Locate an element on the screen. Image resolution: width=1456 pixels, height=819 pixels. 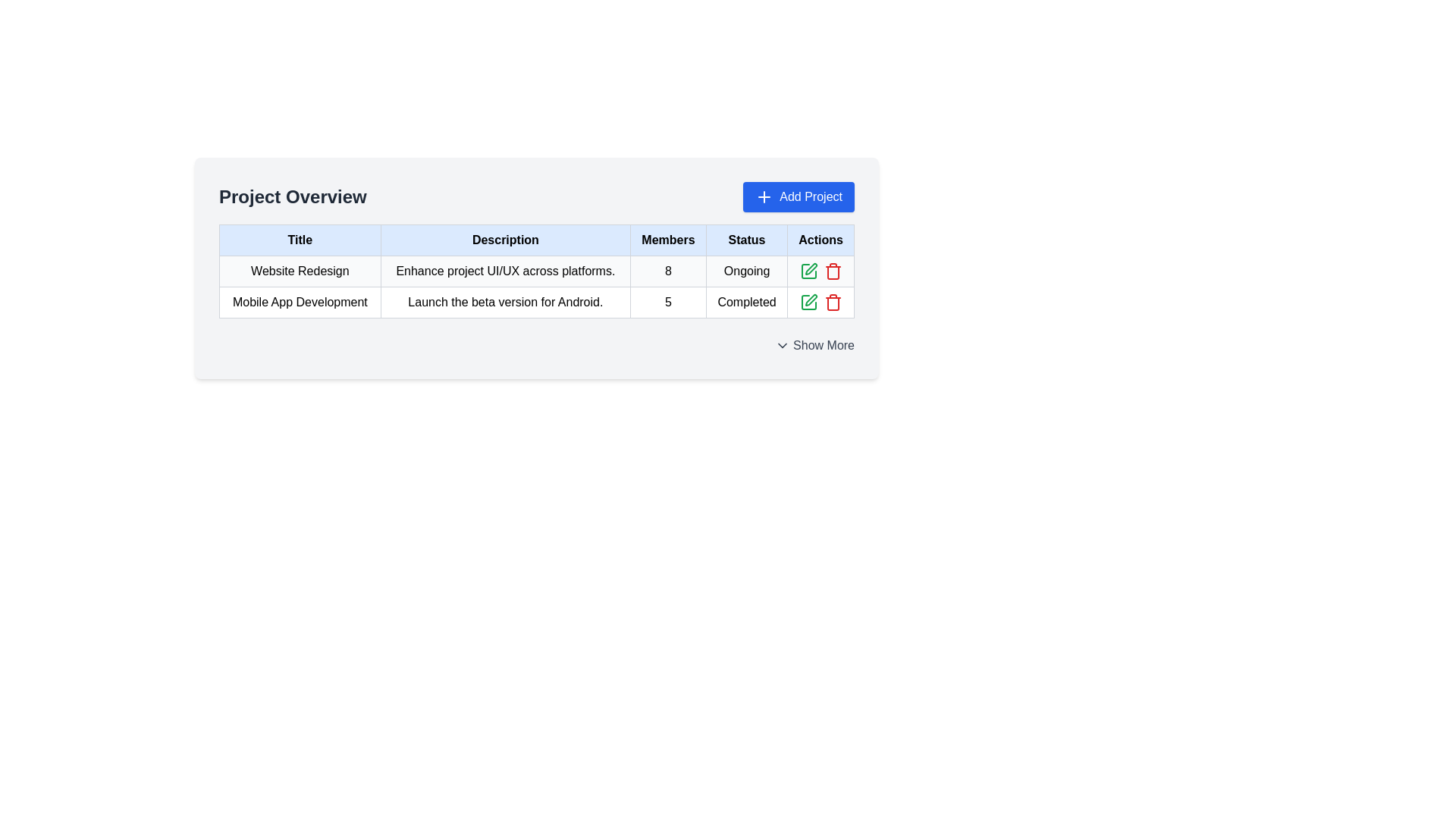
the first table row in the 'Project Overview' section that contains the title 'Website Redesign', the description 'Enhance project UI/UX across platforms.', the number '8' for members, and the status 'Ongoing' is located at coordinates (537, 287).